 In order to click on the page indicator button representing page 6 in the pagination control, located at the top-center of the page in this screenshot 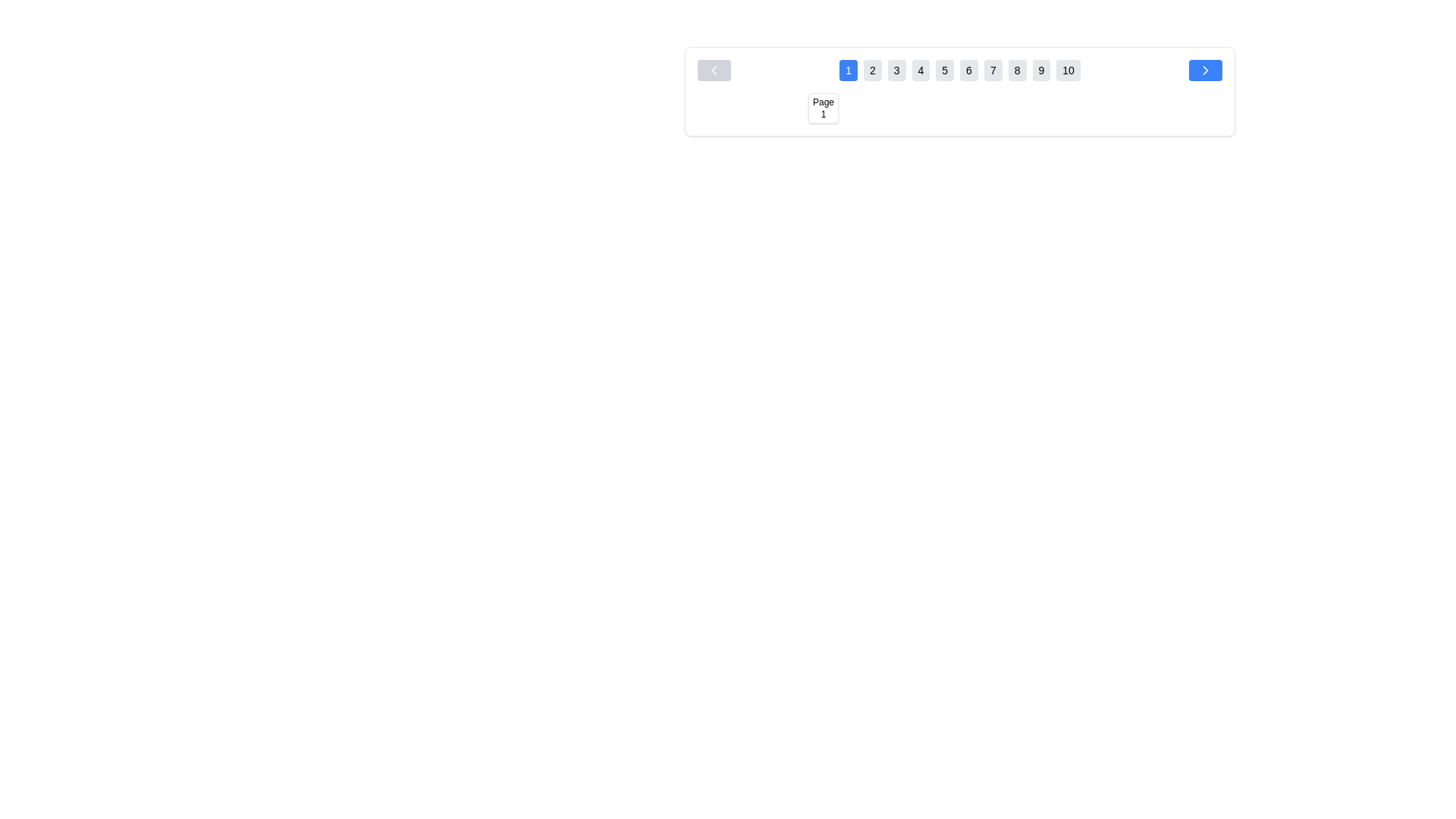, I will do `click(975, 107)`.